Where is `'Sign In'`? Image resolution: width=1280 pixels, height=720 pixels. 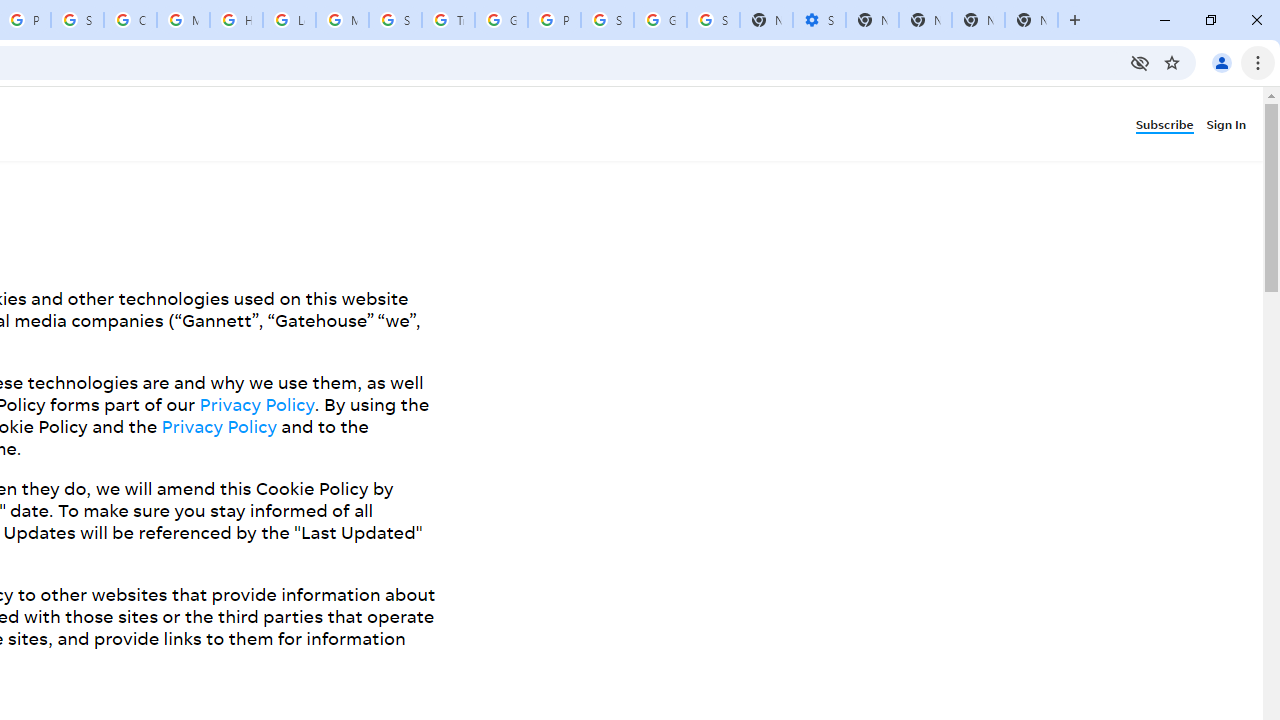
'Sign In' is located at coordinates (1229, 123).